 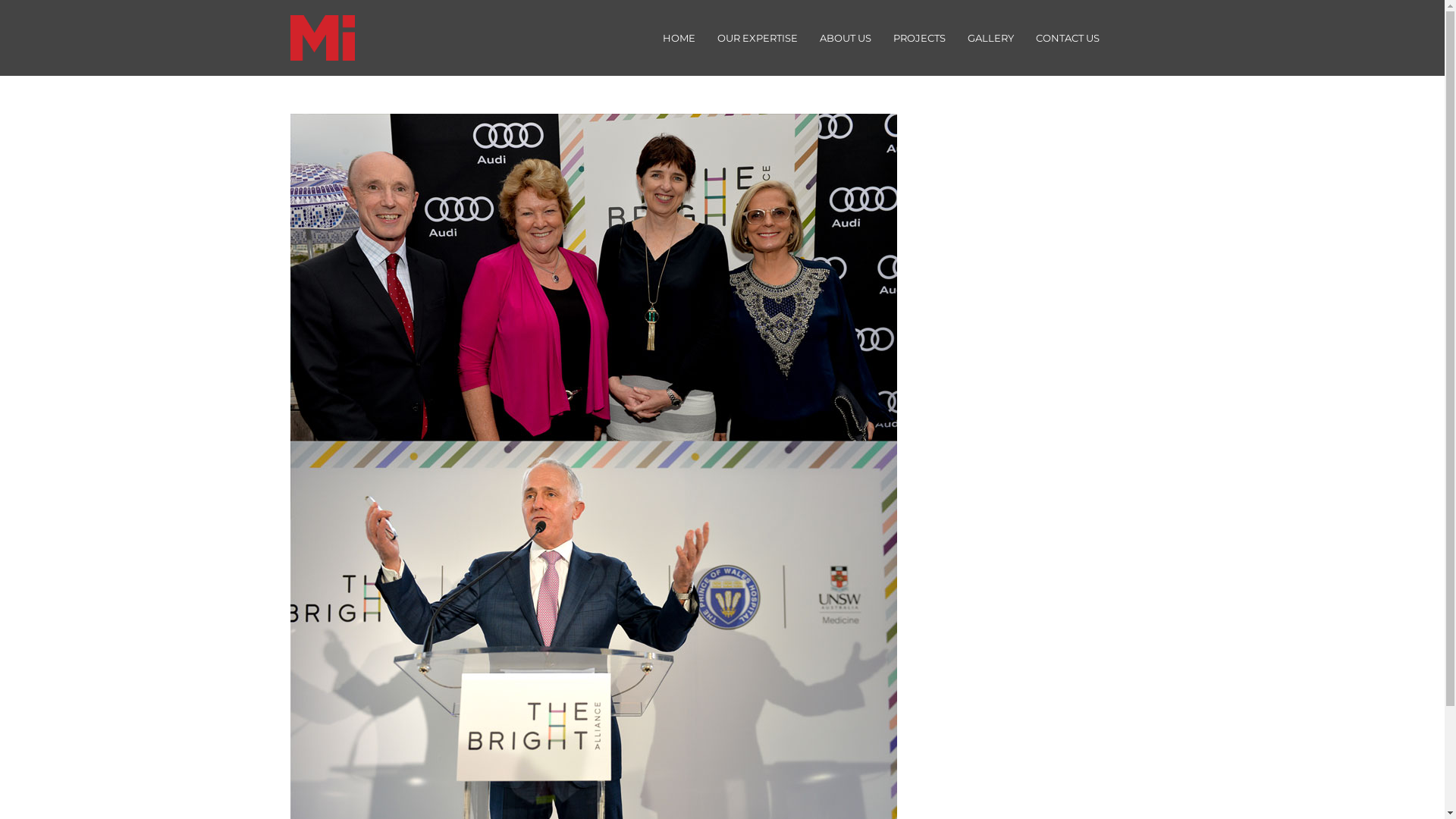 I want to click on 'HOME', so click(x=677, y=37).